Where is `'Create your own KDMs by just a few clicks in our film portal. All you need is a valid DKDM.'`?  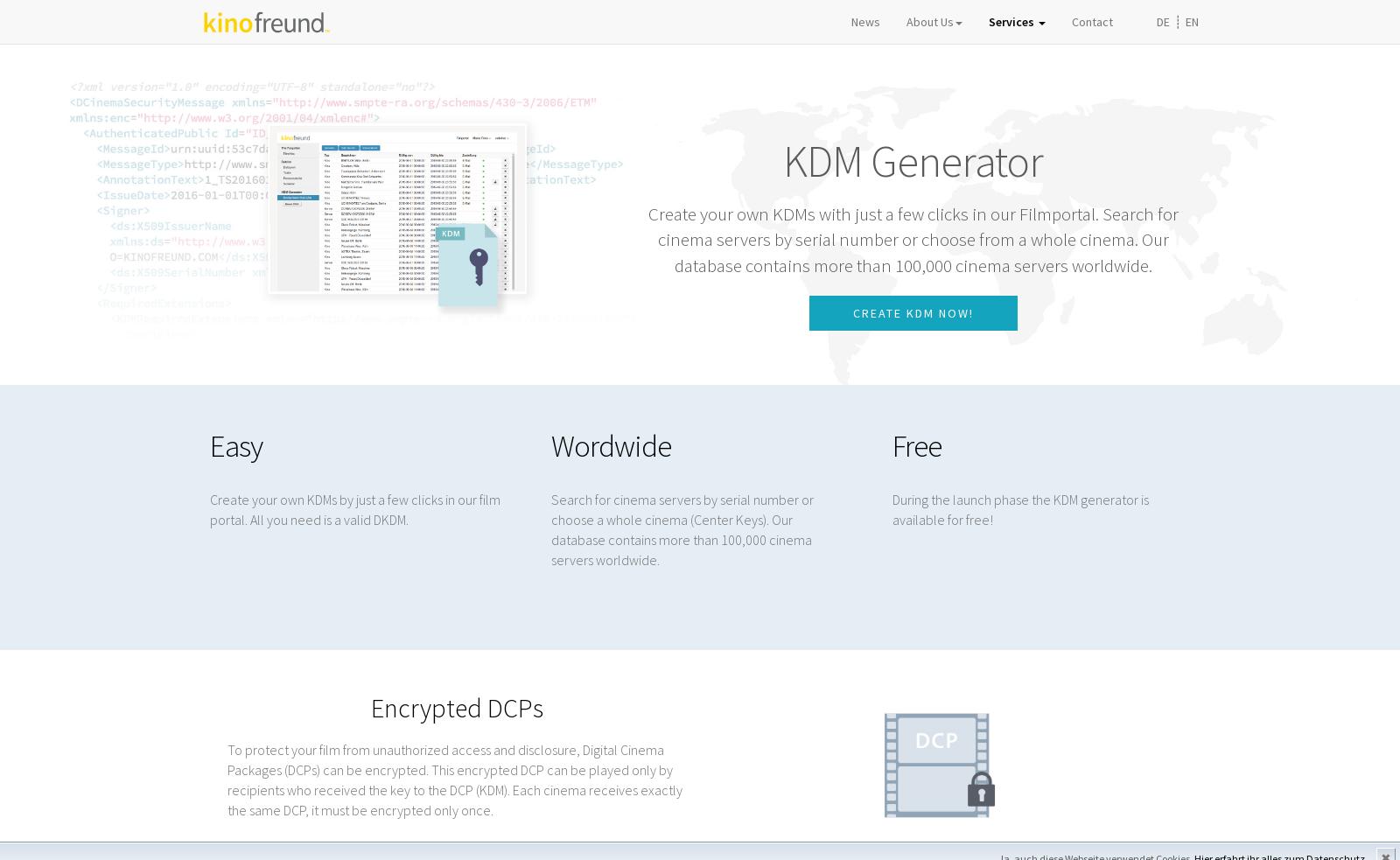 'Create your own KDMs by just a few clicks in our film portal. All you need is a valid DKDM.' is located at coordinates (353, 509).